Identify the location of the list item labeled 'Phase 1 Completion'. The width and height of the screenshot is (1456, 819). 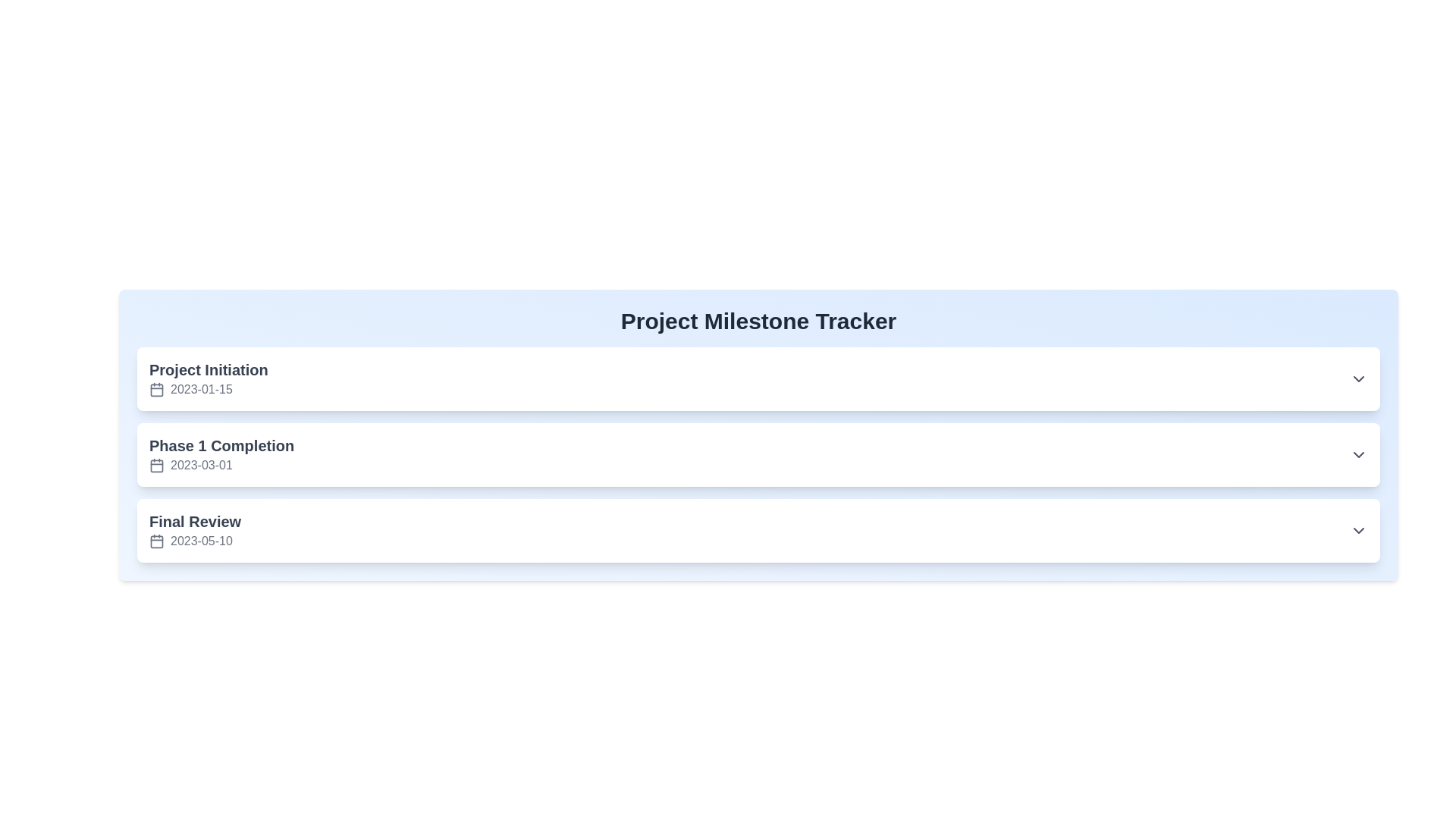
(758, 454).